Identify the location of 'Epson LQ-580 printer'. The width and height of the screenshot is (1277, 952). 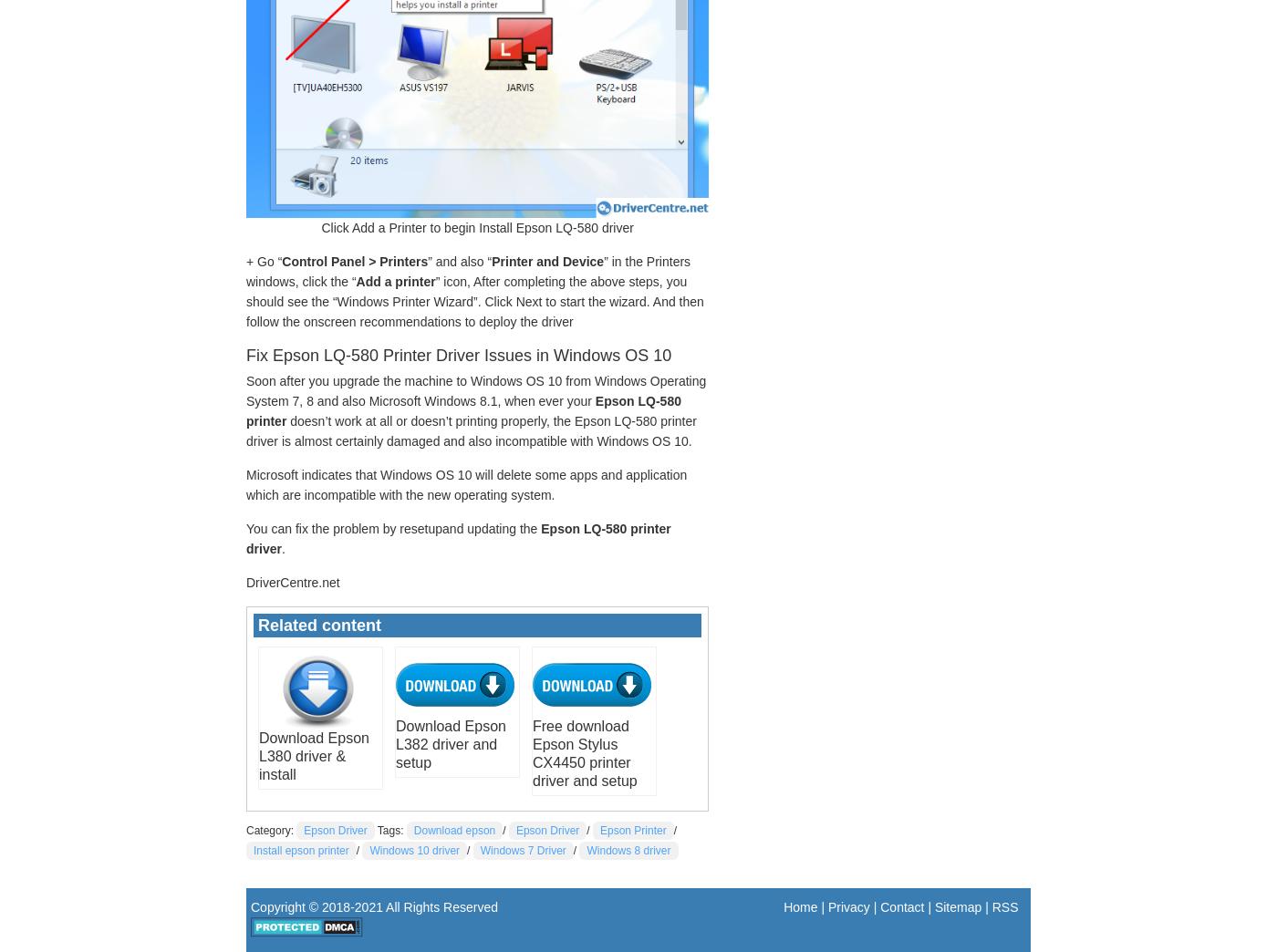
(463, 409).